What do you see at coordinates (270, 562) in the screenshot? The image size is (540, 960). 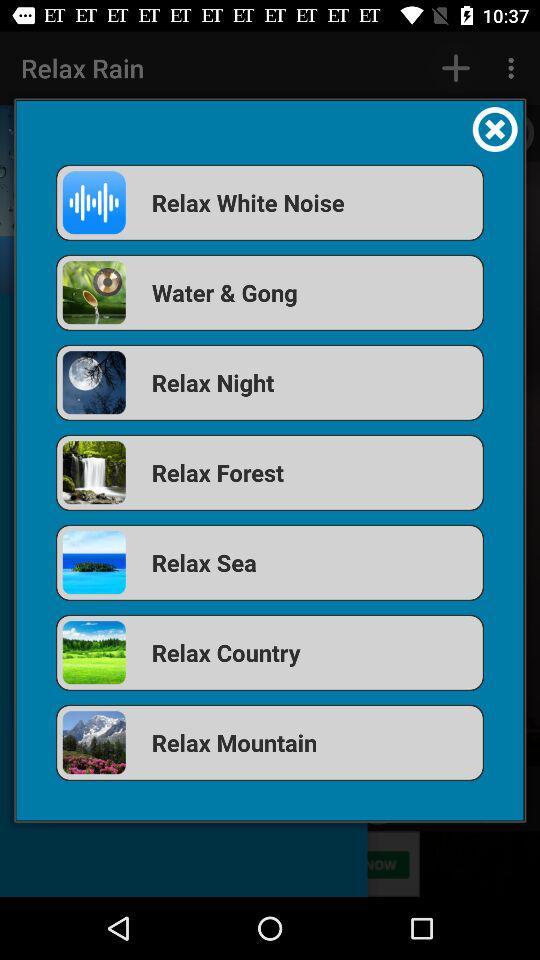 I see `item above the relax country item` at bounding box center [270, 562].